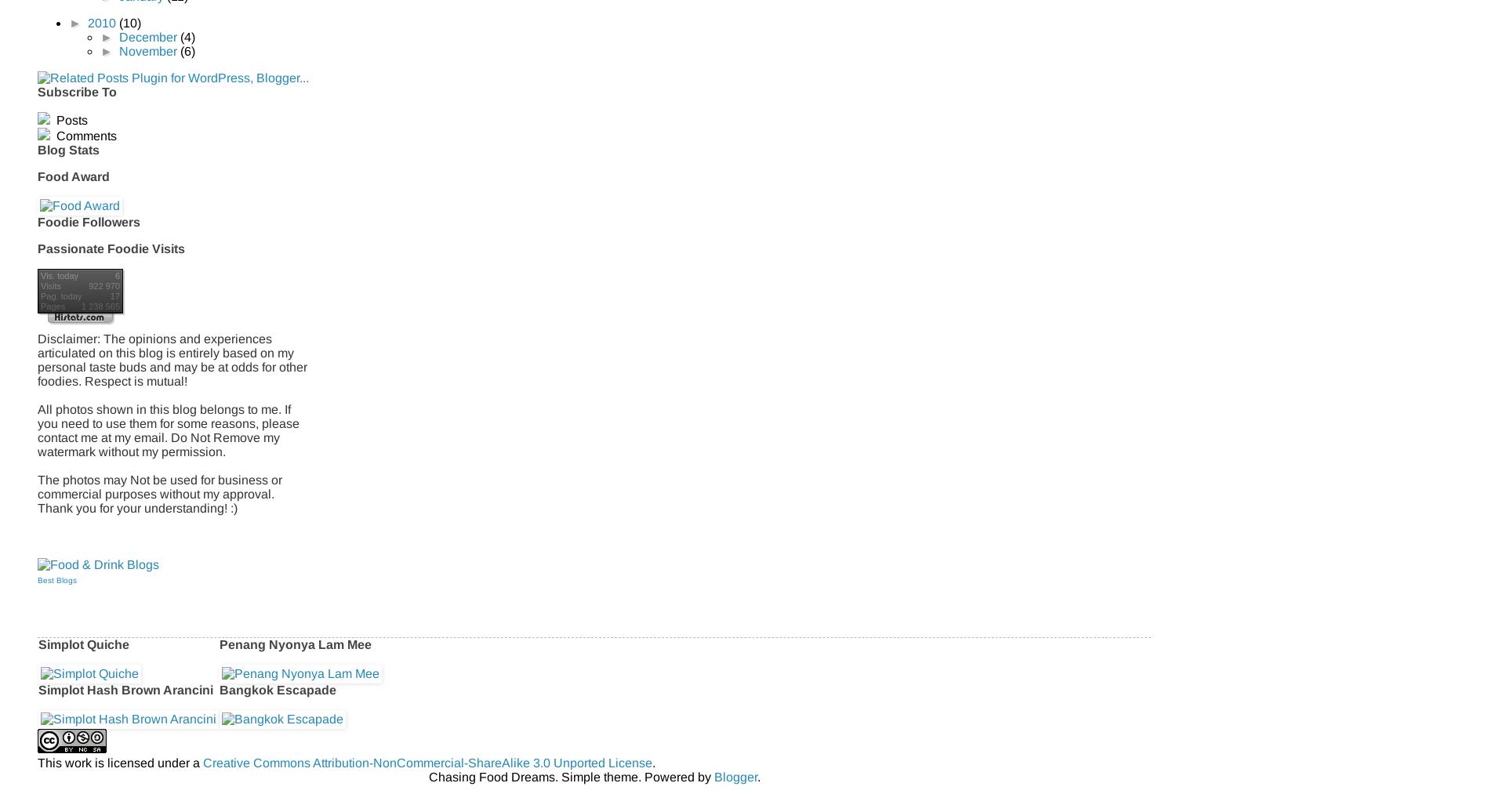 The image size is (1496, 812). Describe the element at coordinates (158, 493) in the screenshot. I see `'The photos may Not be used for business or commercial purposes without my approval. Thank you for your understanding! :)'` at that location.